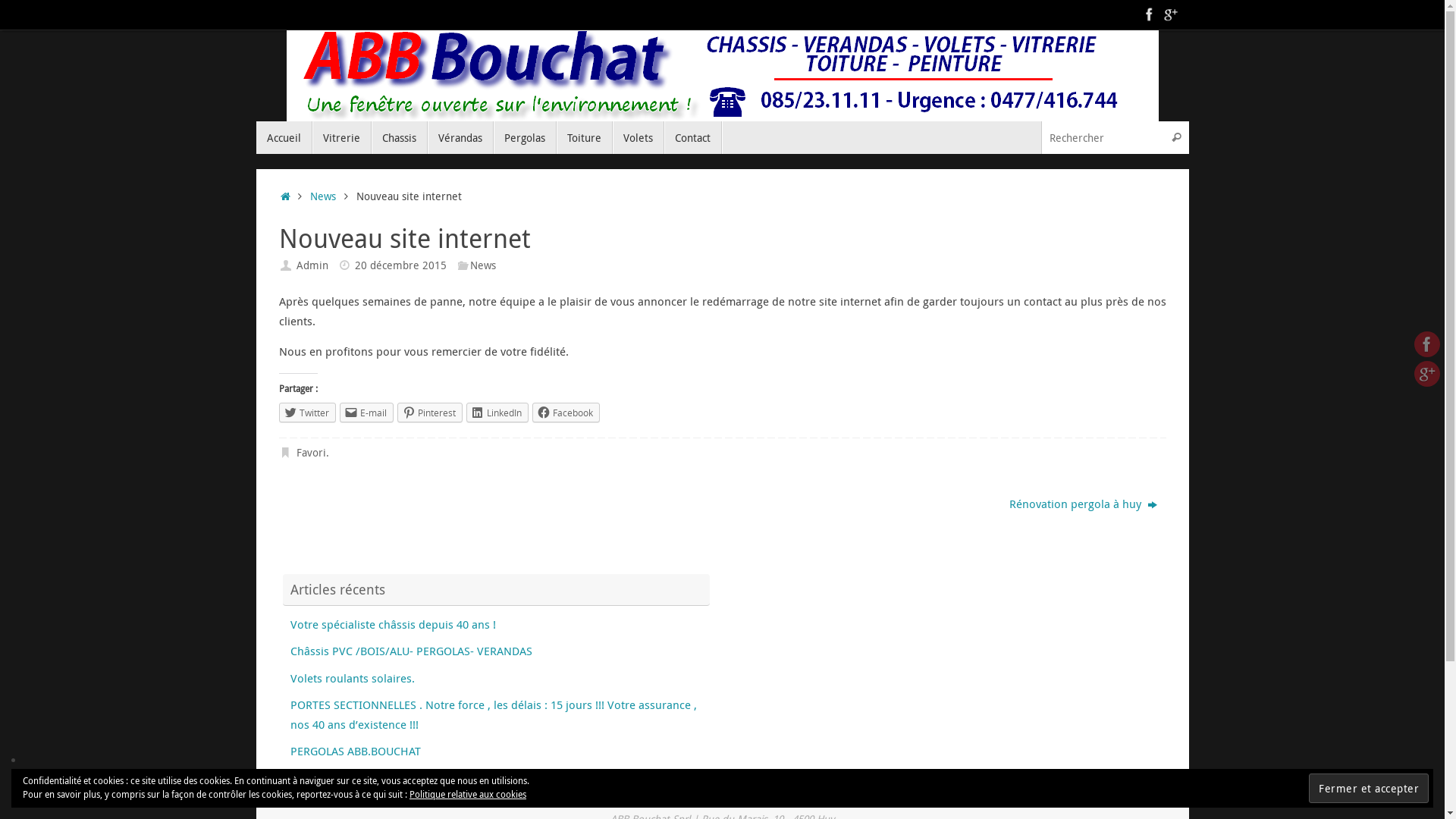 The height and width of the screenshot is (819, 1456). What do you see at coordinates (664, 137) in the screenshot?
I see `'Contact'` at bounding box center [664, 137].